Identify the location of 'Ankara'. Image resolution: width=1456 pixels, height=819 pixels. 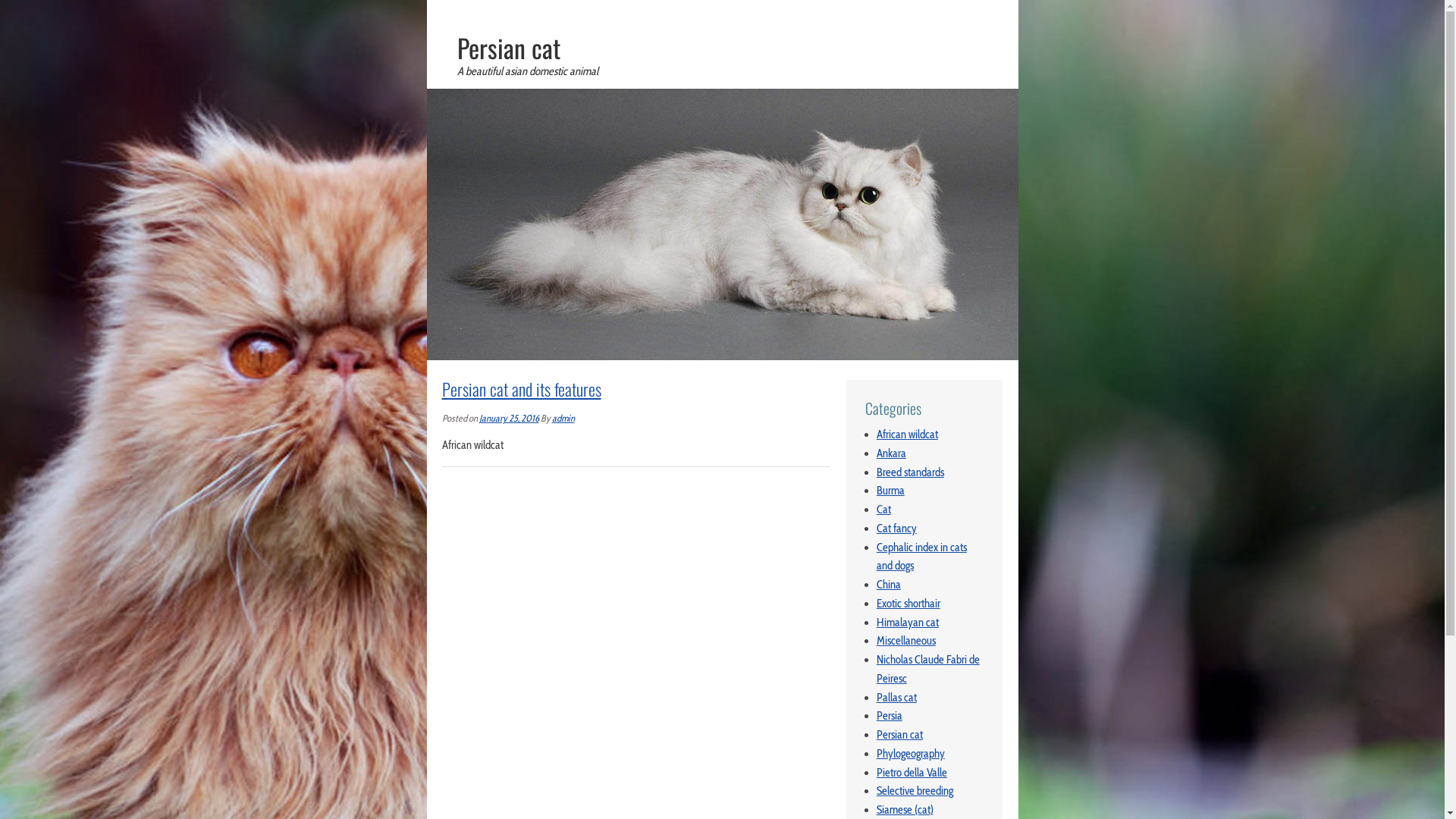
(877, 452).